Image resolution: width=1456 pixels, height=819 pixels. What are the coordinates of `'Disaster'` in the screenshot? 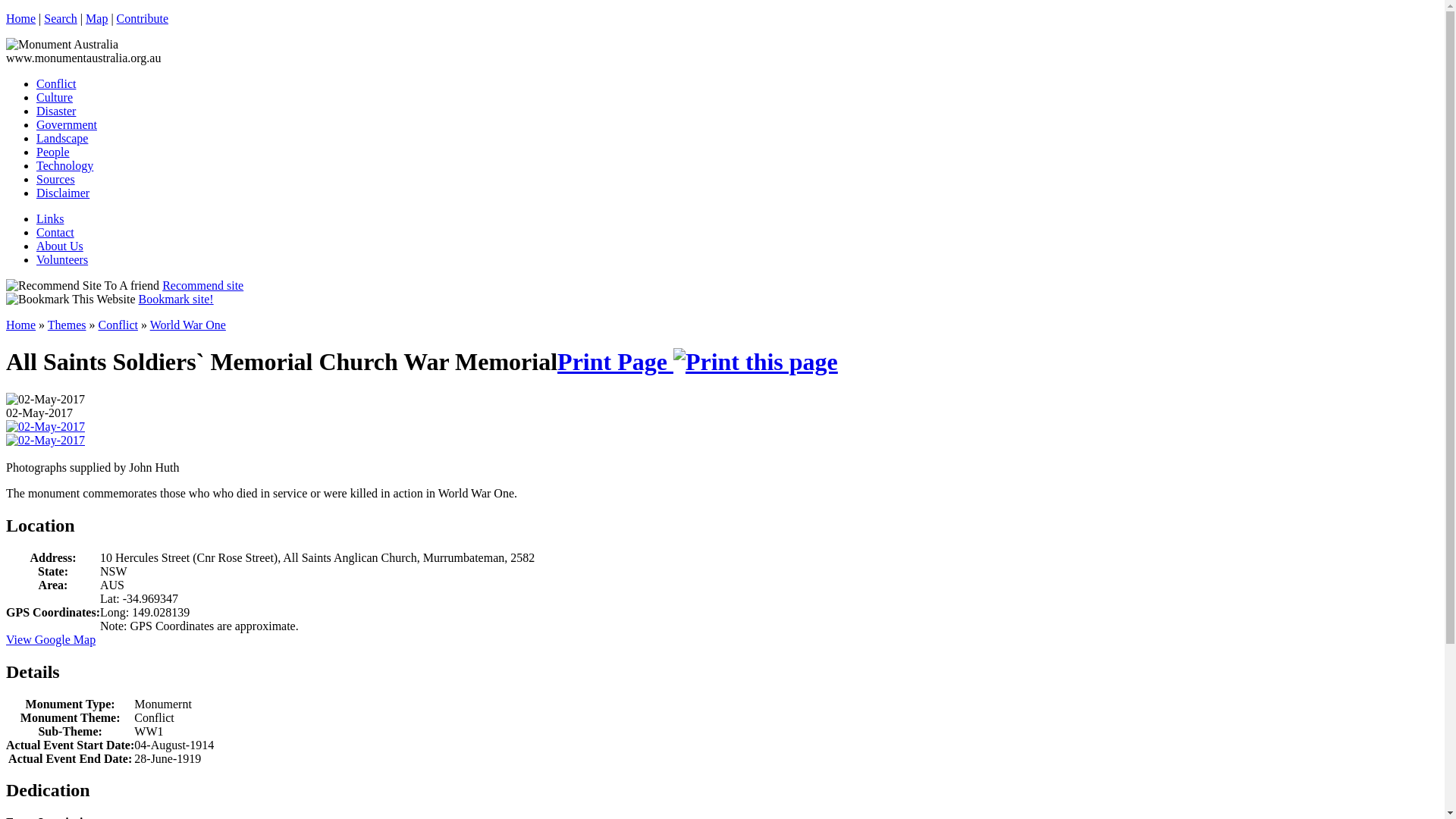 It's located at (36, 110).